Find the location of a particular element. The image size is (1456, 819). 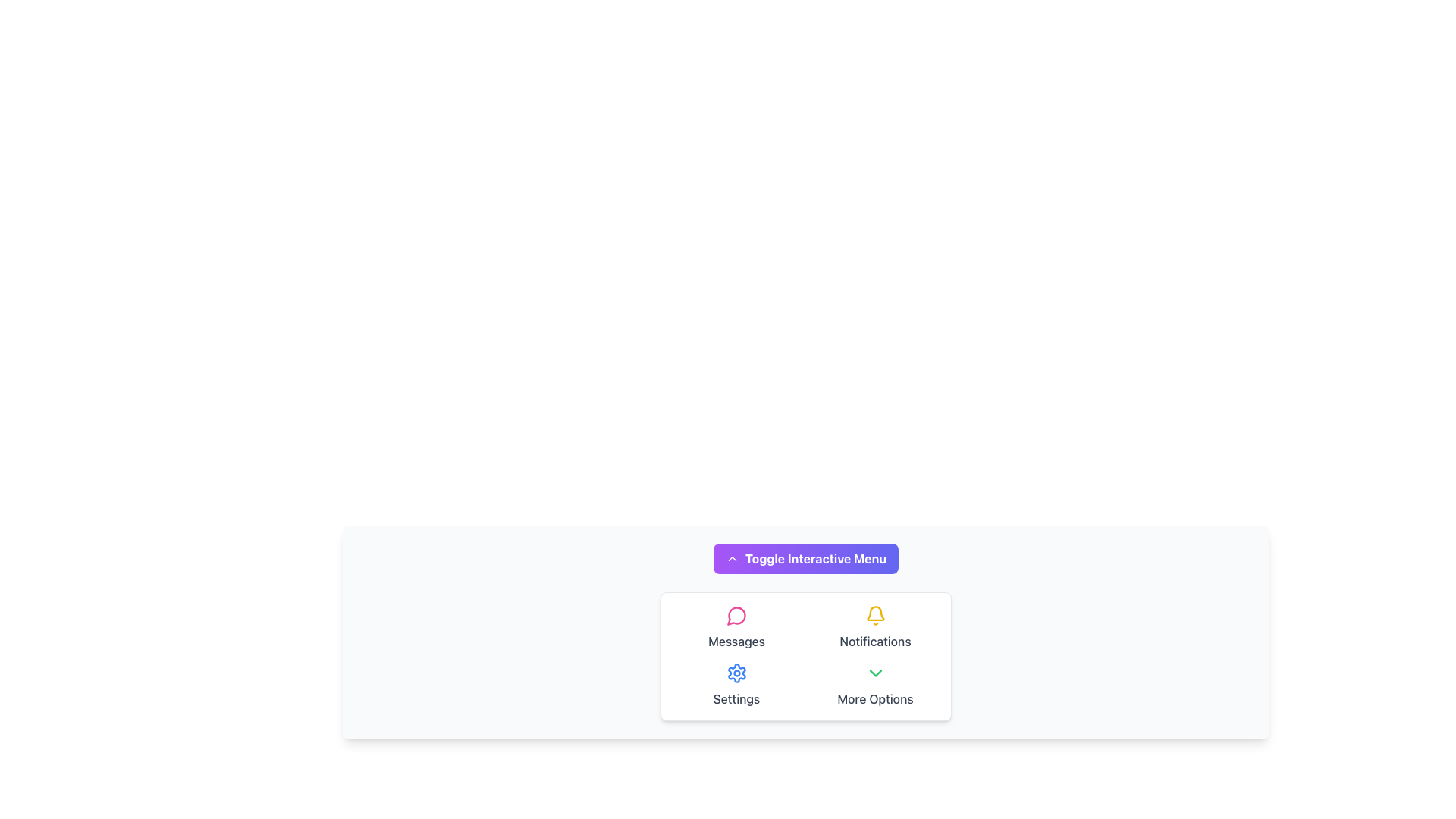

the speech bubble icon fragment with a pink outline that represents messages, located on the left side of the grid menu is located at coordinates (736, 616).